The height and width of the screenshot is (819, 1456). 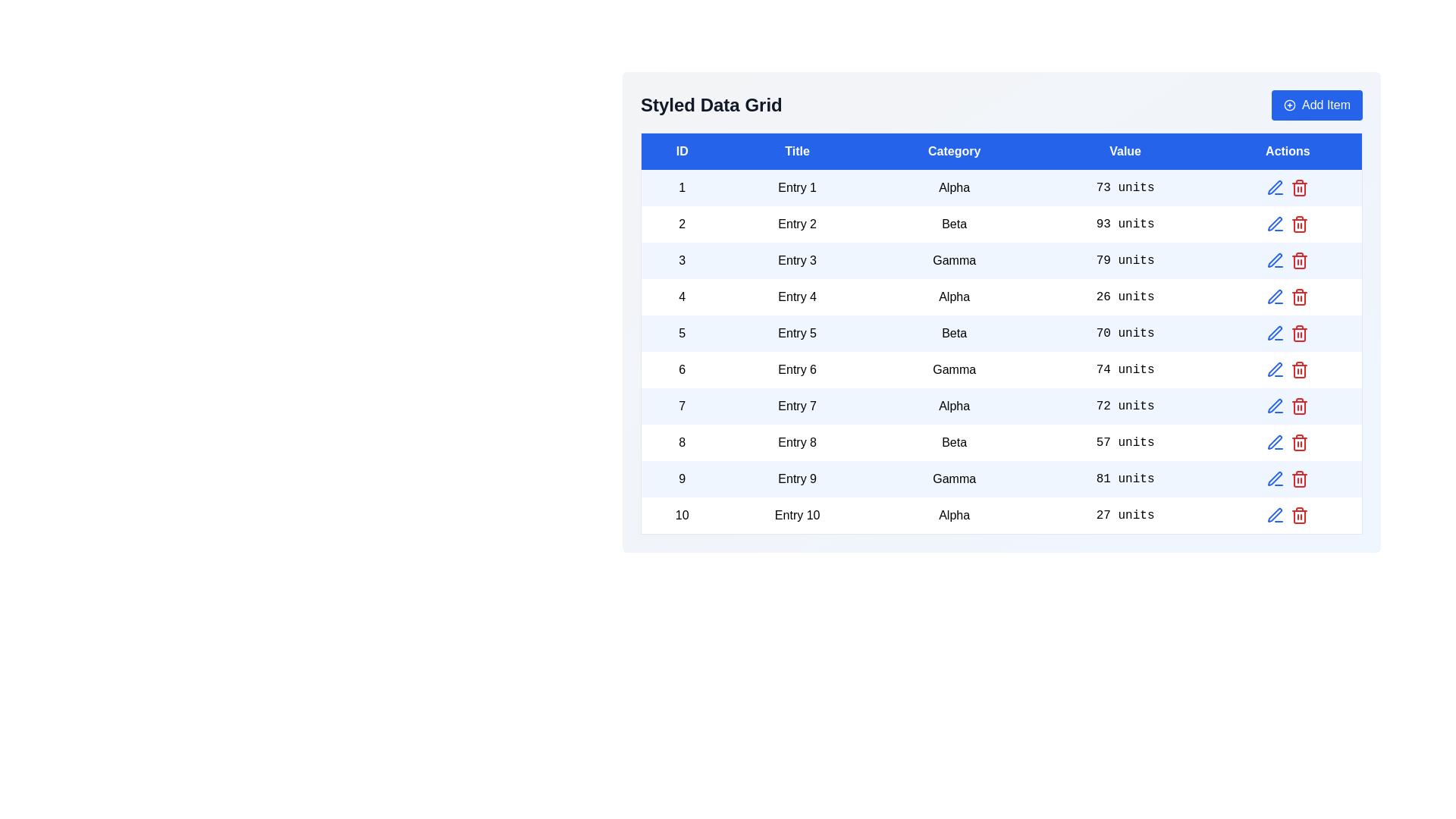 I want to click on the 'Add Item' button to add a new row to the data grid, so click(x=1316, y=104).